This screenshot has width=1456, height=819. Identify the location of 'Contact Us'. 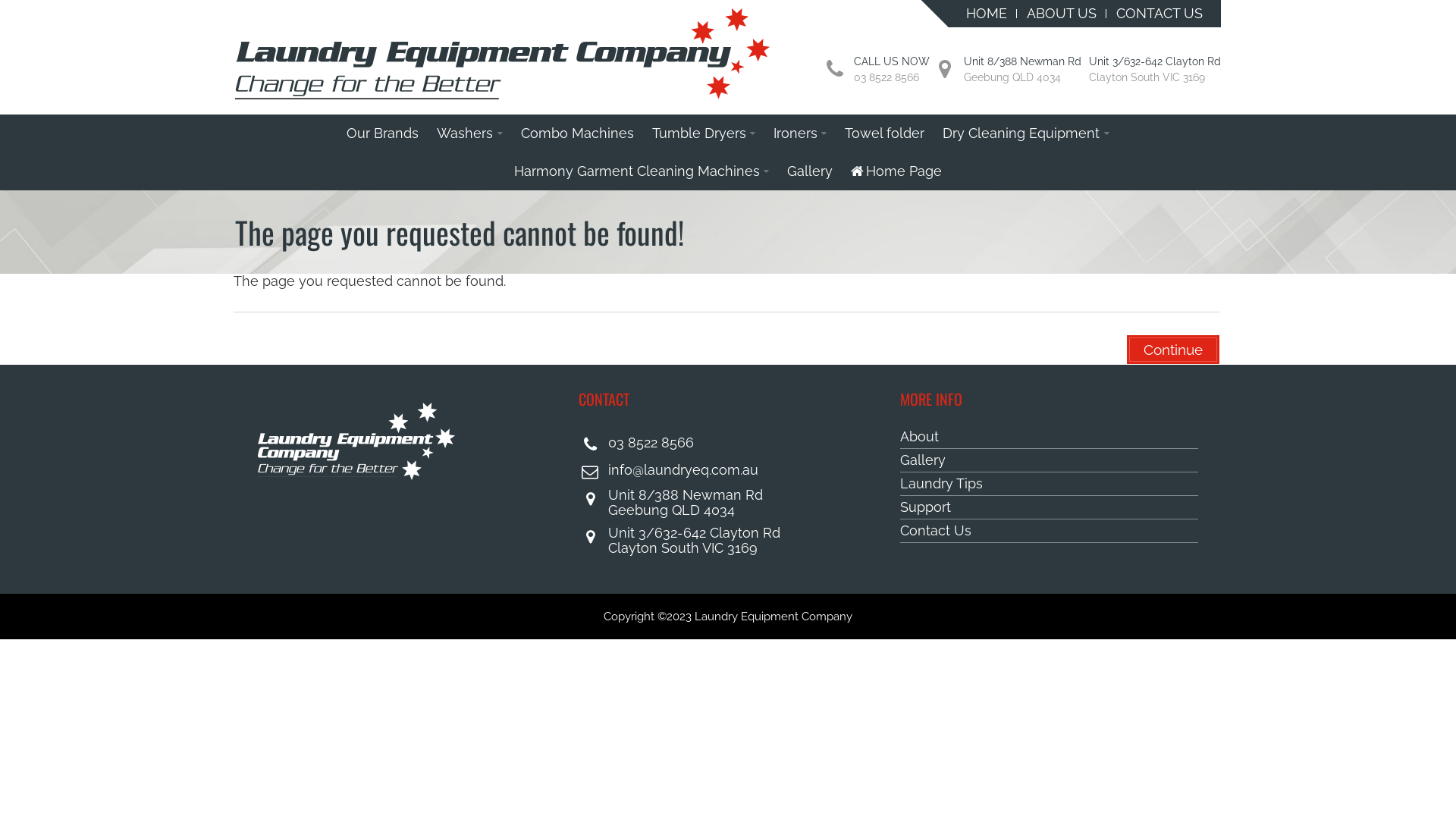
(1048, 530).